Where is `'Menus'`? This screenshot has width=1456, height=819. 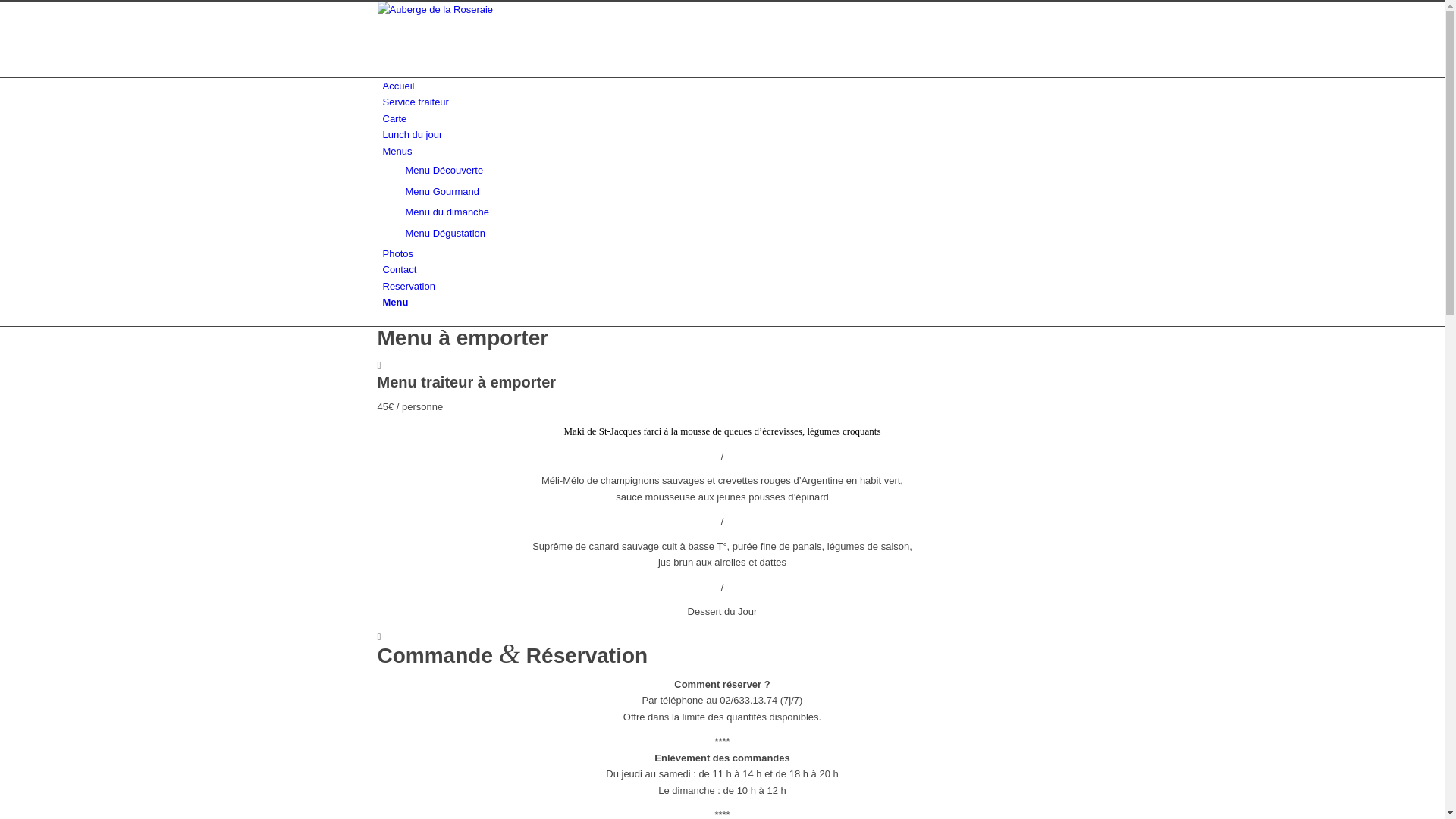
'Menus' is located at coordinates (397, 151).